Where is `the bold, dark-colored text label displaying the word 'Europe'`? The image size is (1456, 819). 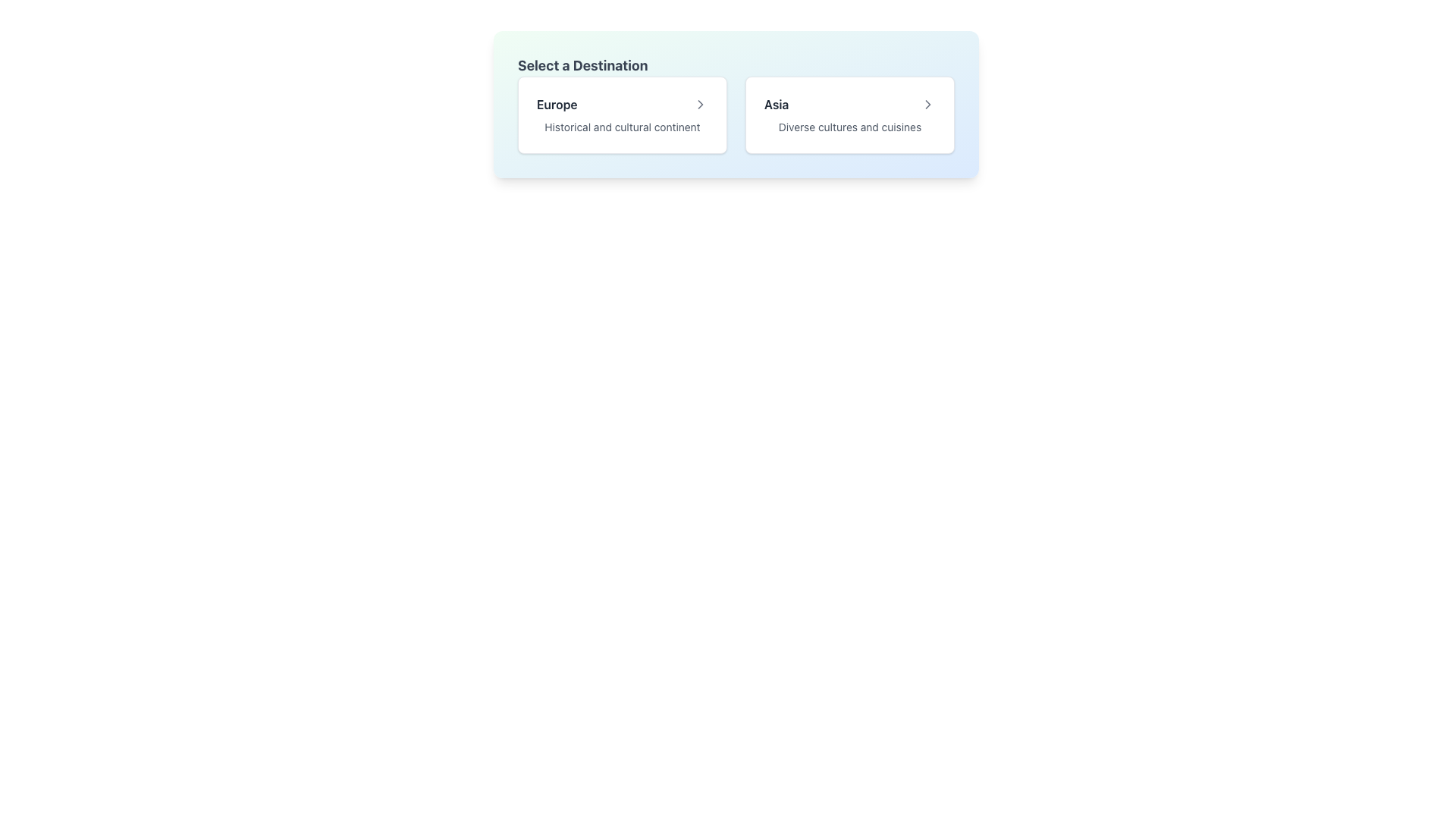 the bold, dark-colored text label displaying the word 'Europe' is located at coordinates (556, 104).